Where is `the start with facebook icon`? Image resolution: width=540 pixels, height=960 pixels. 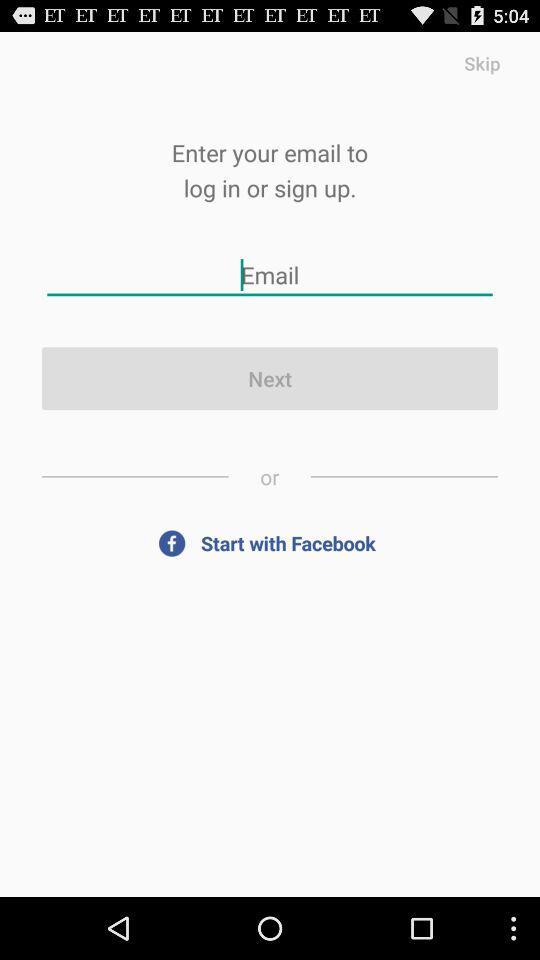
the start with facebook icon is located at coordinates (270, 543).